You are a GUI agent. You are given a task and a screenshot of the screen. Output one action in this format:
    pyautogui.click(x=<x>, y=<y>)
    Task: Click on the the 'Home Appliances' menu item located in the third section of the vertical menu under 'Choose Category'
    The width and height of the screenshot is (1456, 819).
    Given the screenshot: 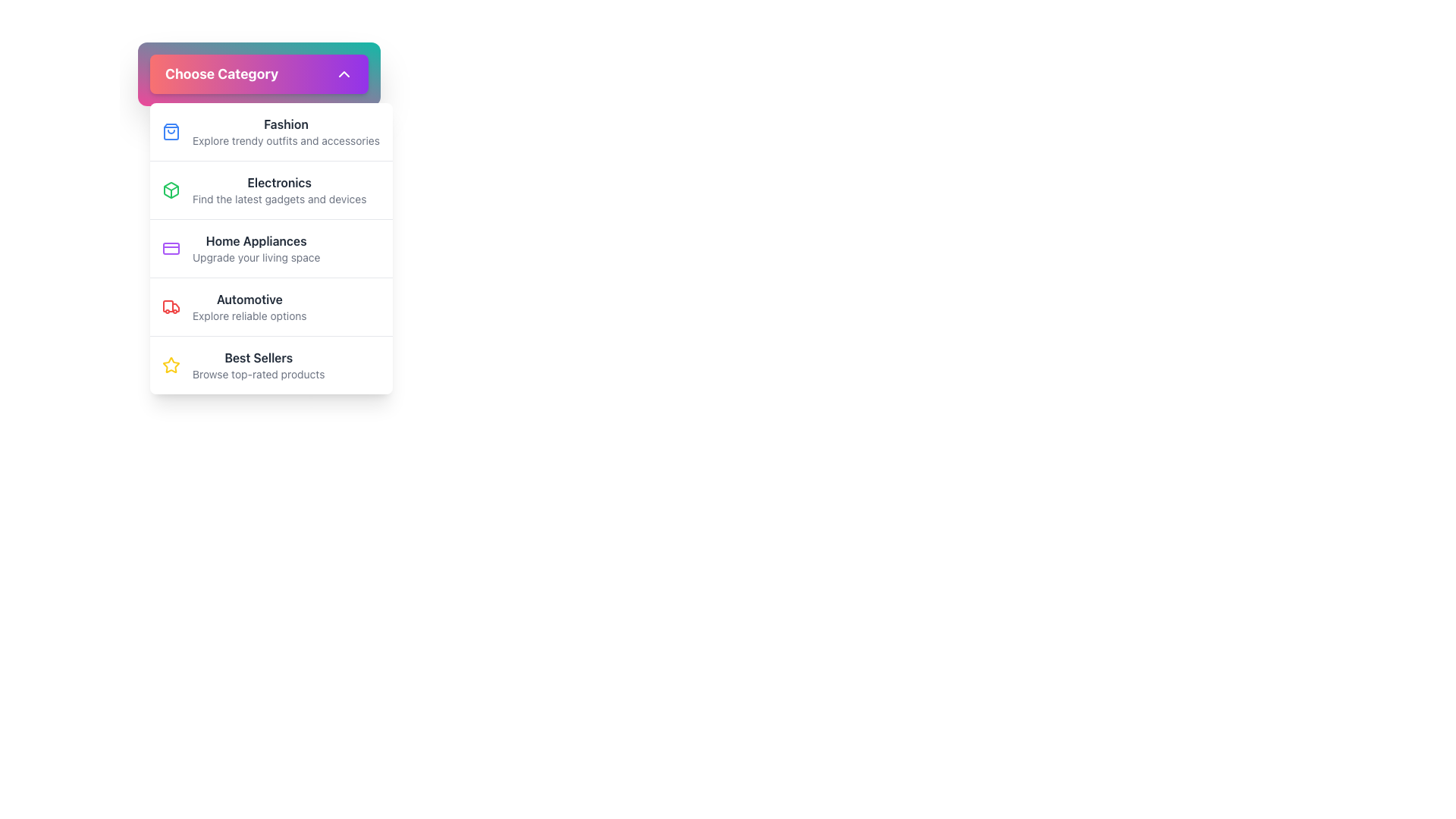 What is the action you would take?
    pyautogui.click(x=271, y=247)
    